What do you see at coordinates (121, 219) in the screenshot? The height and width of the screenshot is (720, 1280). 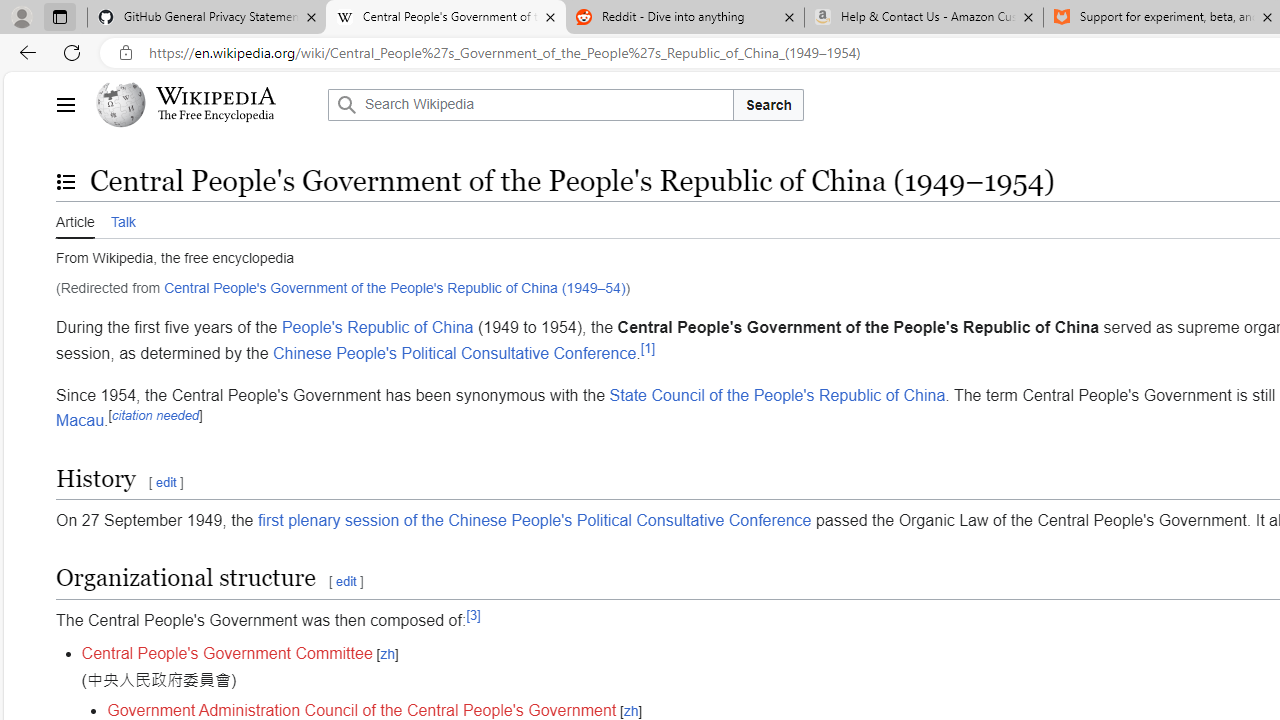 I see `'Talk'` at bounding box center [121, 219].